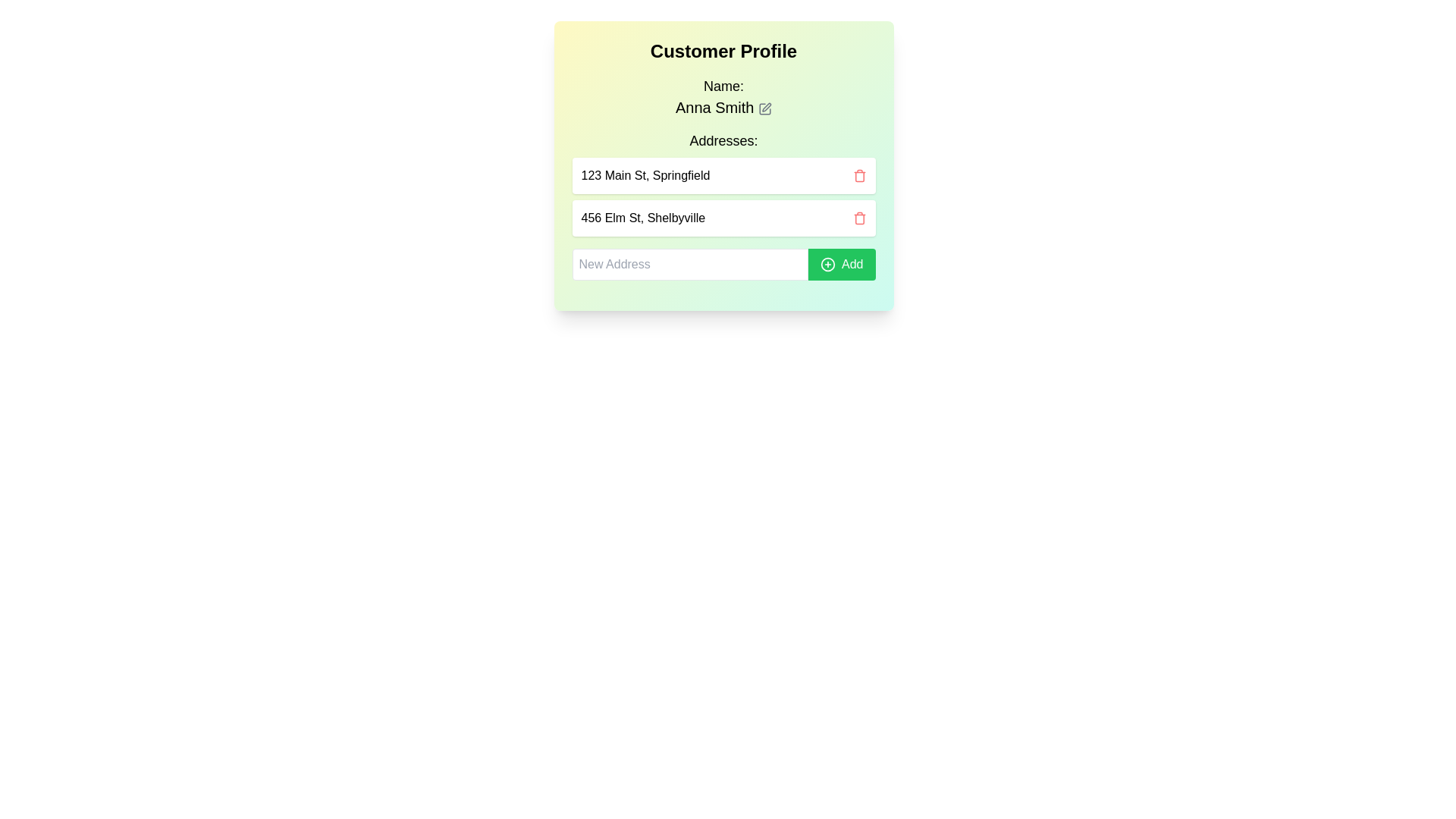 This screenshot has width=1456, height=819. I want to click on inside the address input field located in the 'Addresses:' section to type an address, so click(723, 263).